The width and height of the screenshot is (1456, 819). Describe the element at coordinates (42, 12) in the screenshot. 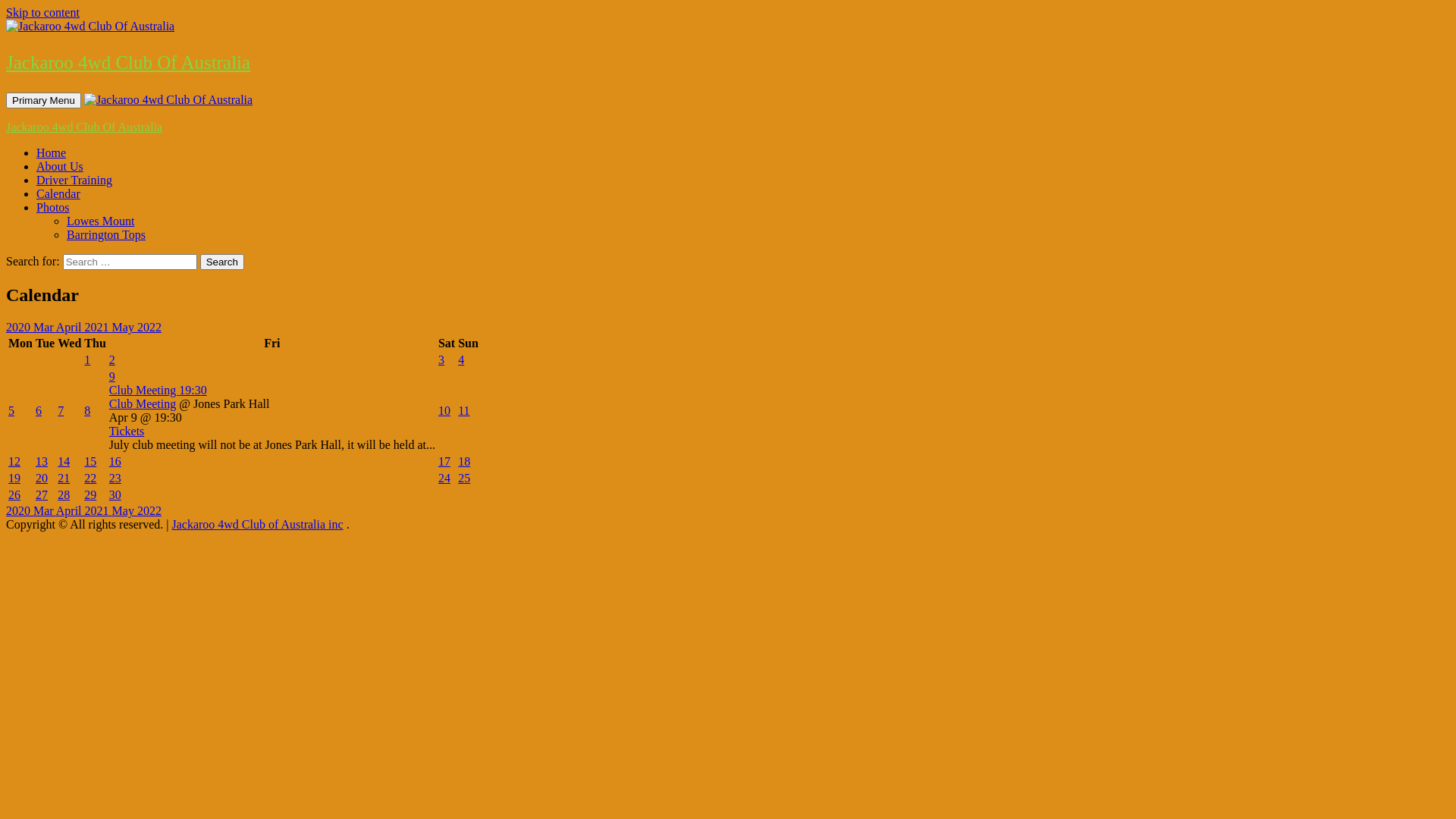

I see `'Skip to content'` at that location.